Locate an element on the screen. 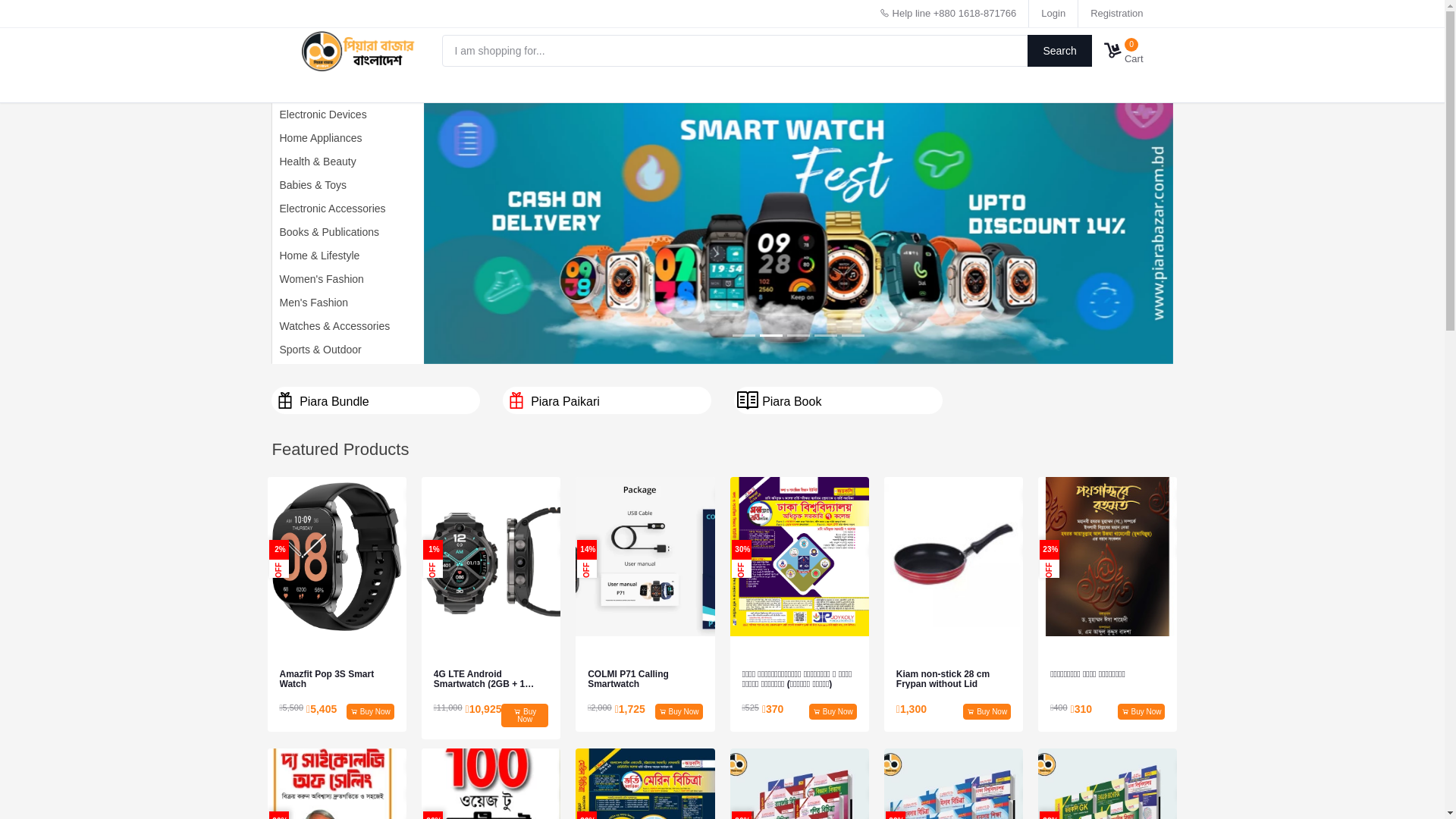  'Kiam non-stick 28 cm Frypan without Lid' is located at coordinates (952, 678).